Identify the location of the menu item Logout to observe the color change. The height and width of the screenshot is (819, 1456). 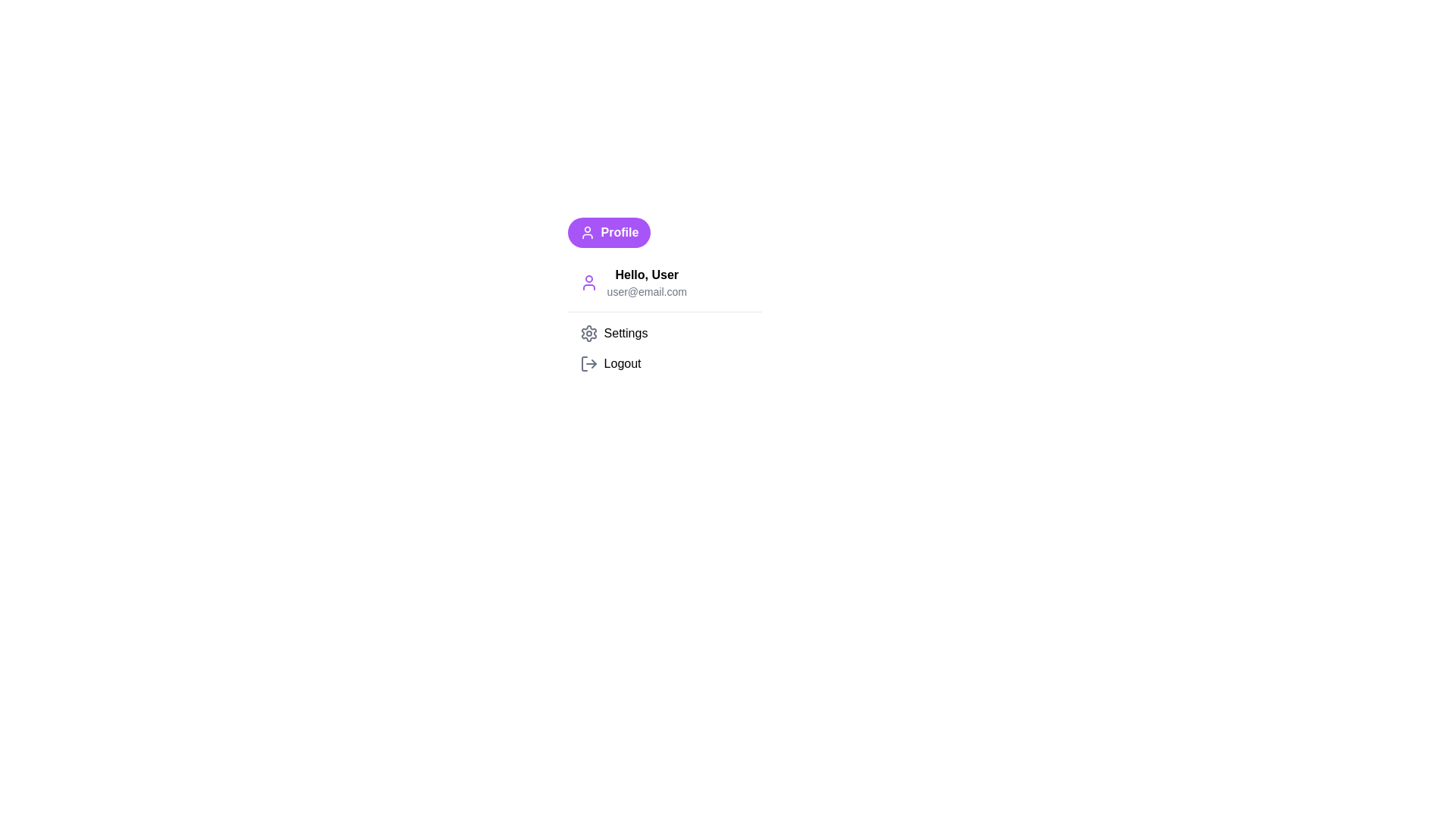
(664, 363).